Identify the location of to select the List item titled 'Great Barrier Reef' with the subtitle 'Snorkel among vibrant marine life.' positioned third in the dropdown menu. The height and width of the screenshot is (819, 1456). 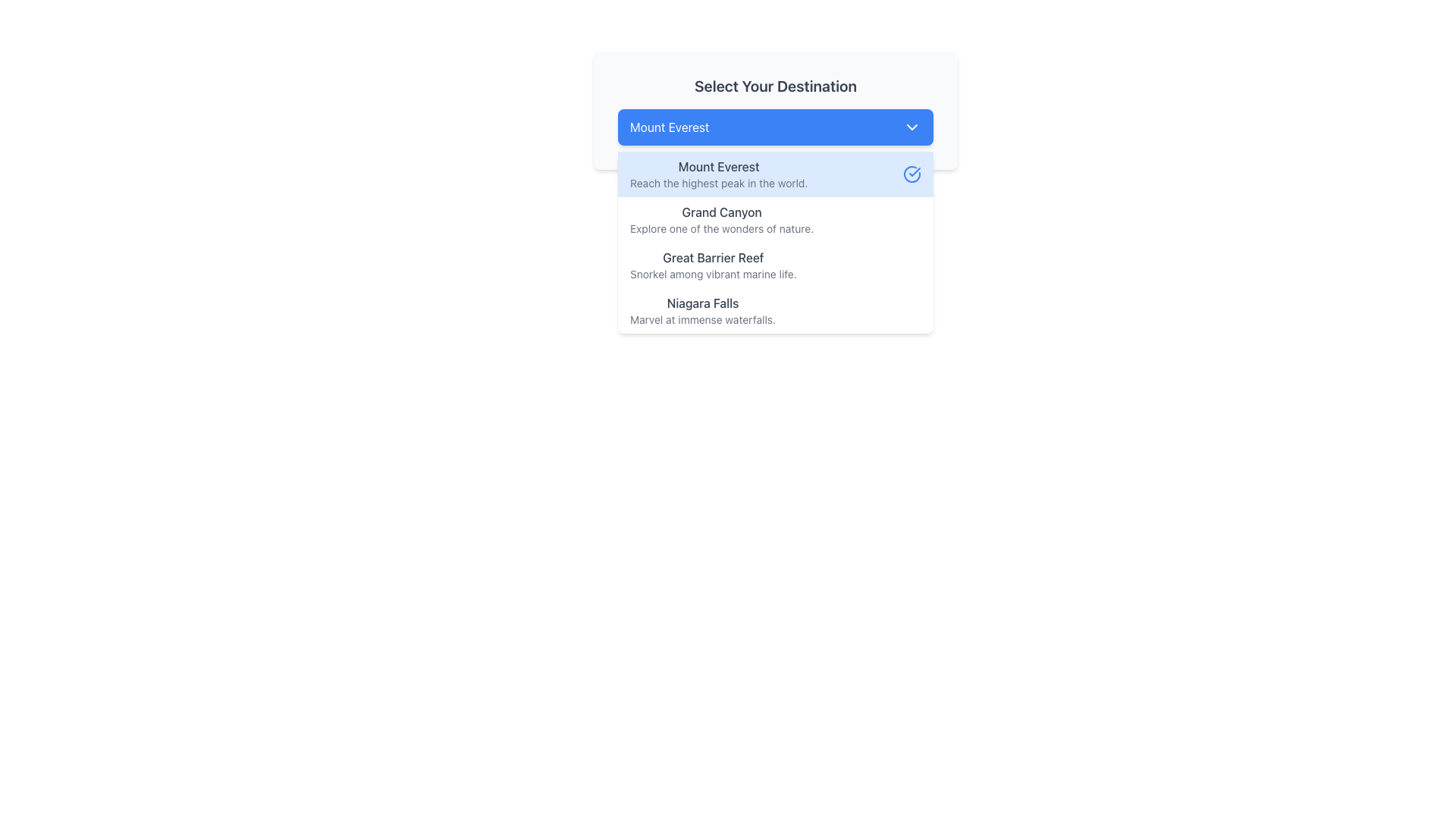
(775, 265).